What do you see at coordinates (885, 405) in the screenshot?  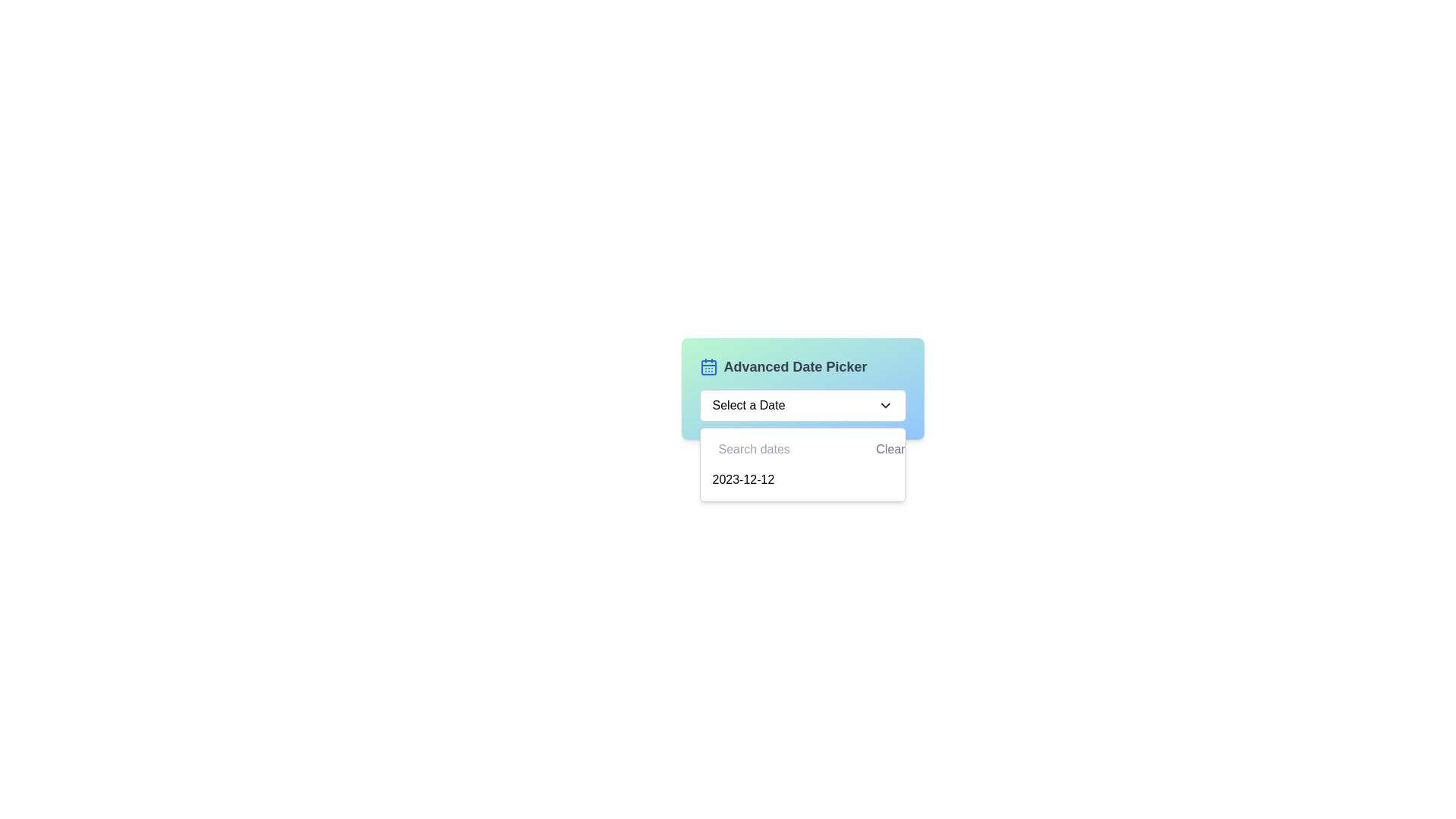 I see `the icon` at bounding box center [885, 405].